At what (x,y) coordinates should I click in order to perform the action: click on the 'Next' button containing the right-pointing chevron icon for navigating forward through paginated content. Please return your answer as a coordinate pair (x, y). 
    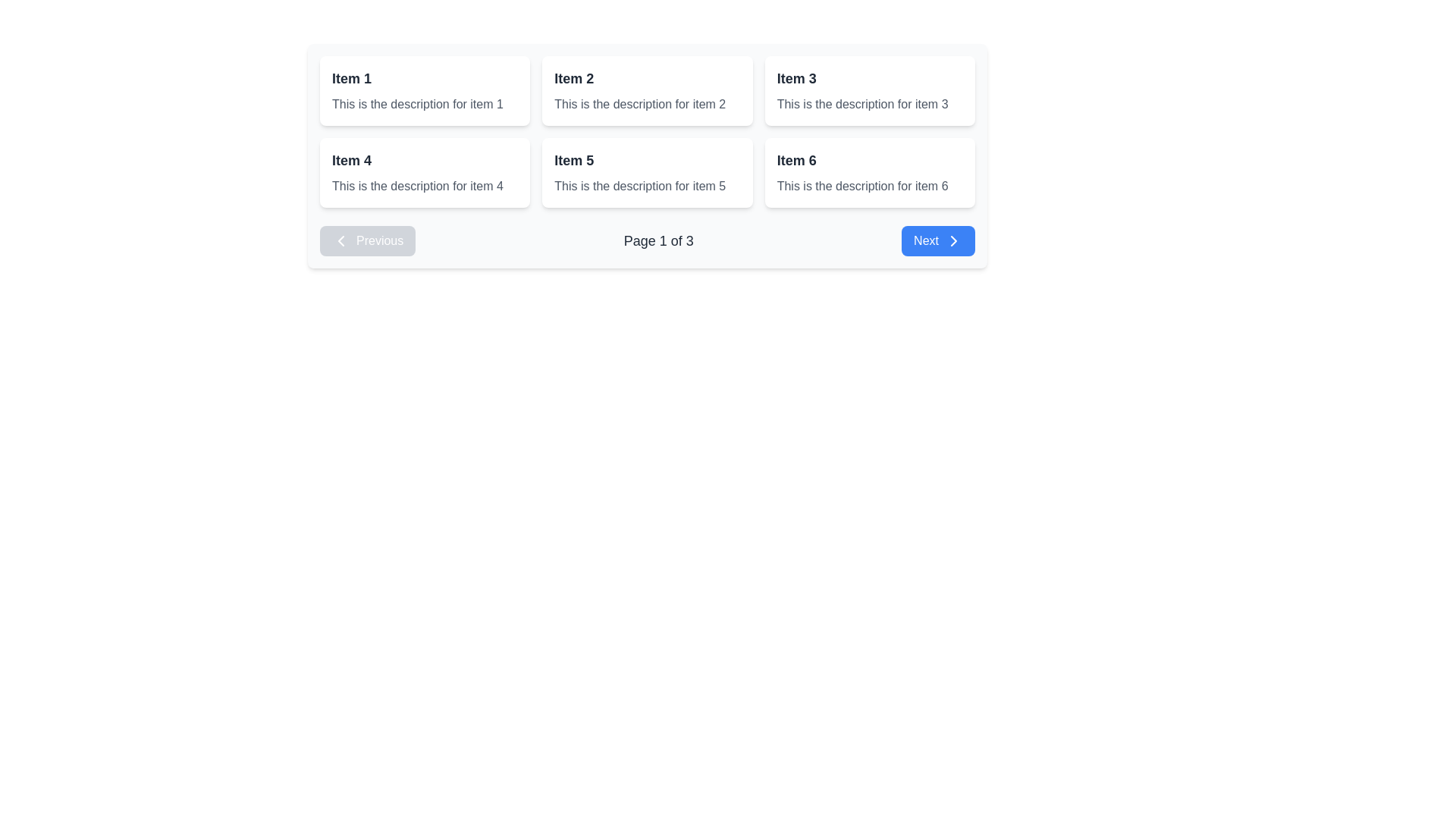
    Looking at the image, I should click on (952, 240).